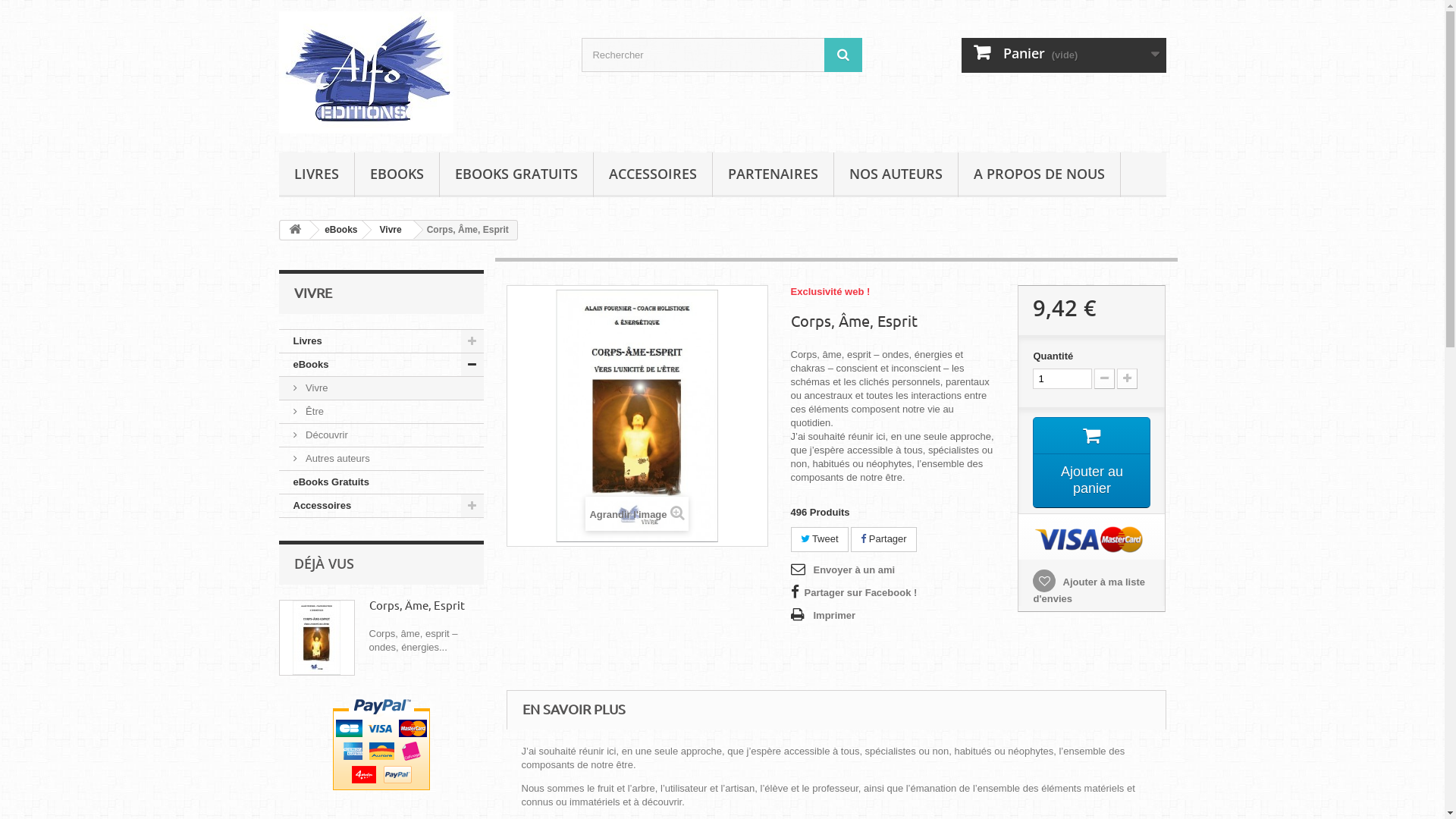 Image resolution: width=1456 pixels, height=819 pixels. I want to click on 'A PROPOS DE NOUS', so click(1038, 174).